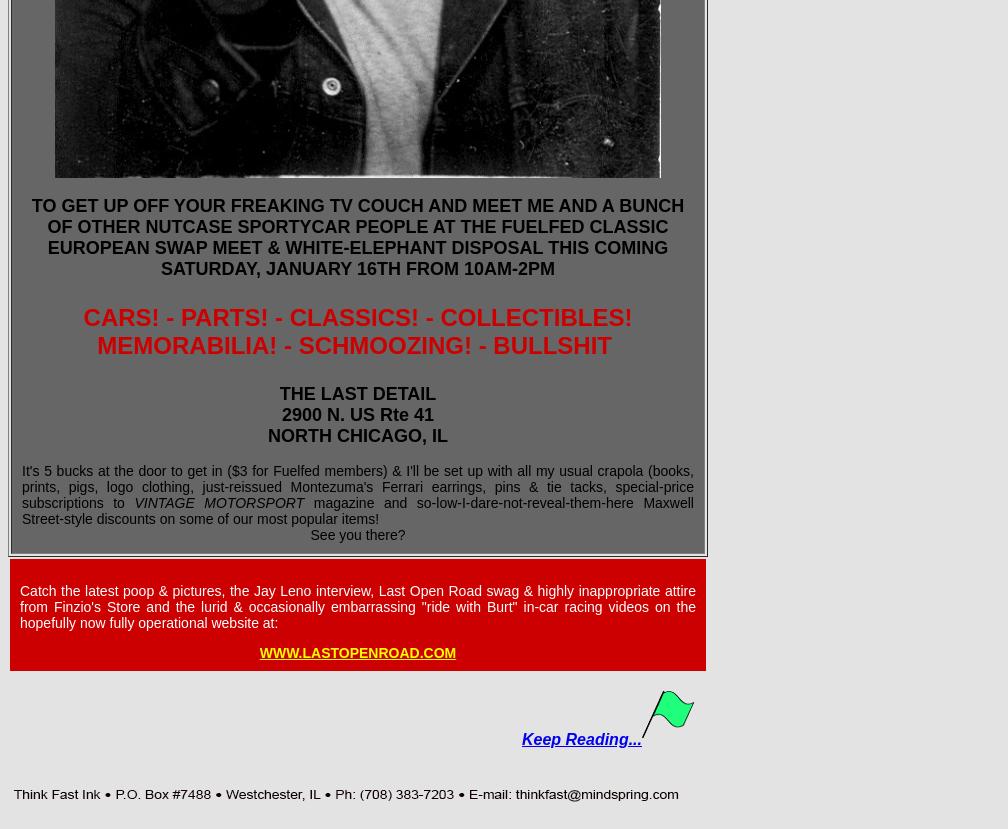 This screenshot has height=829, width=1008. What do you see at coordinates (357, 414) in the screenshot?
I see `'2900 N. US Rte 41'` at bounding box center [357, 414].